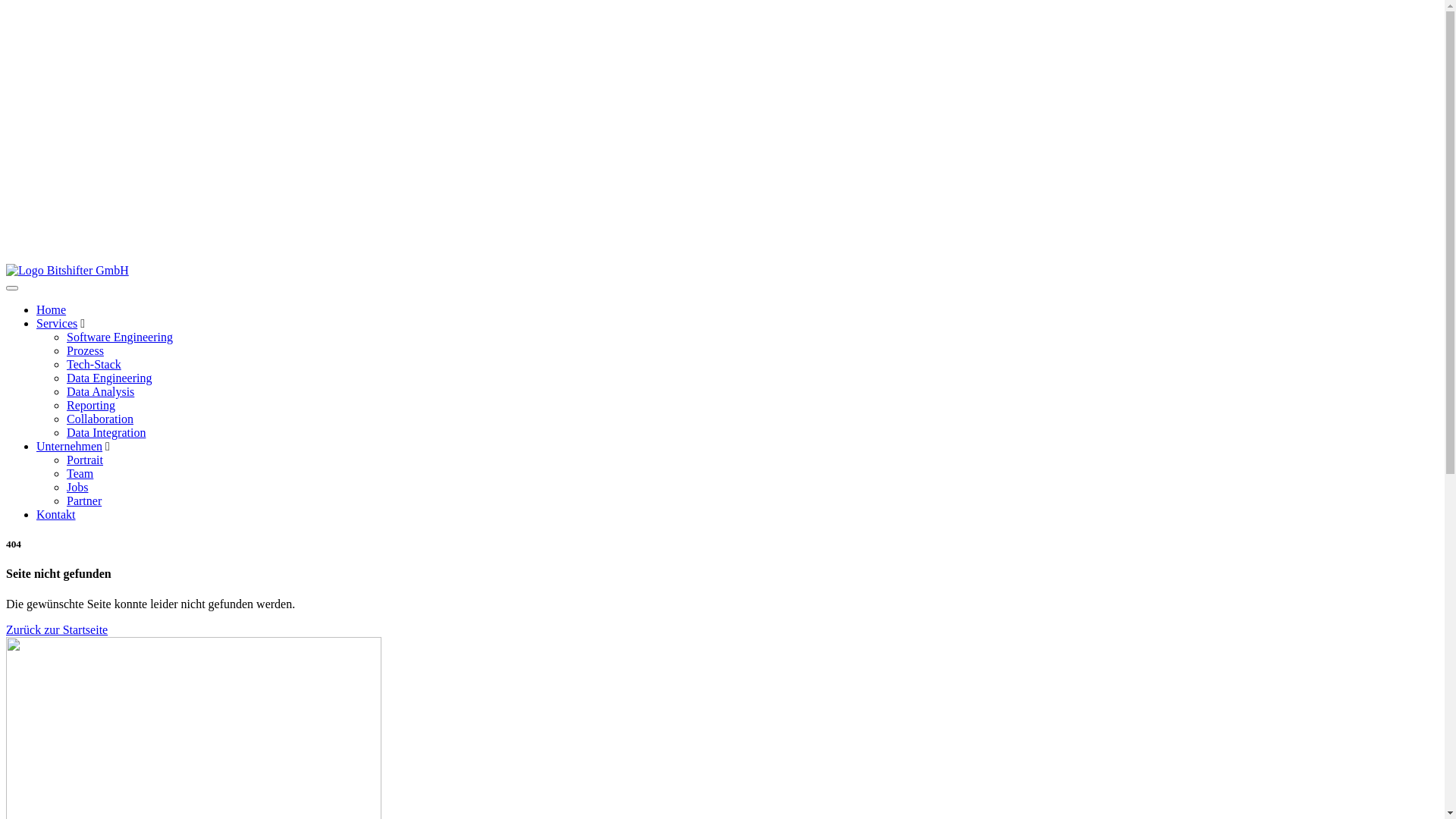 This screenshot has height=819, width=1456. Describe the element at coordinates (79, 472) in the screenshot. I see `'Team'` at that location.